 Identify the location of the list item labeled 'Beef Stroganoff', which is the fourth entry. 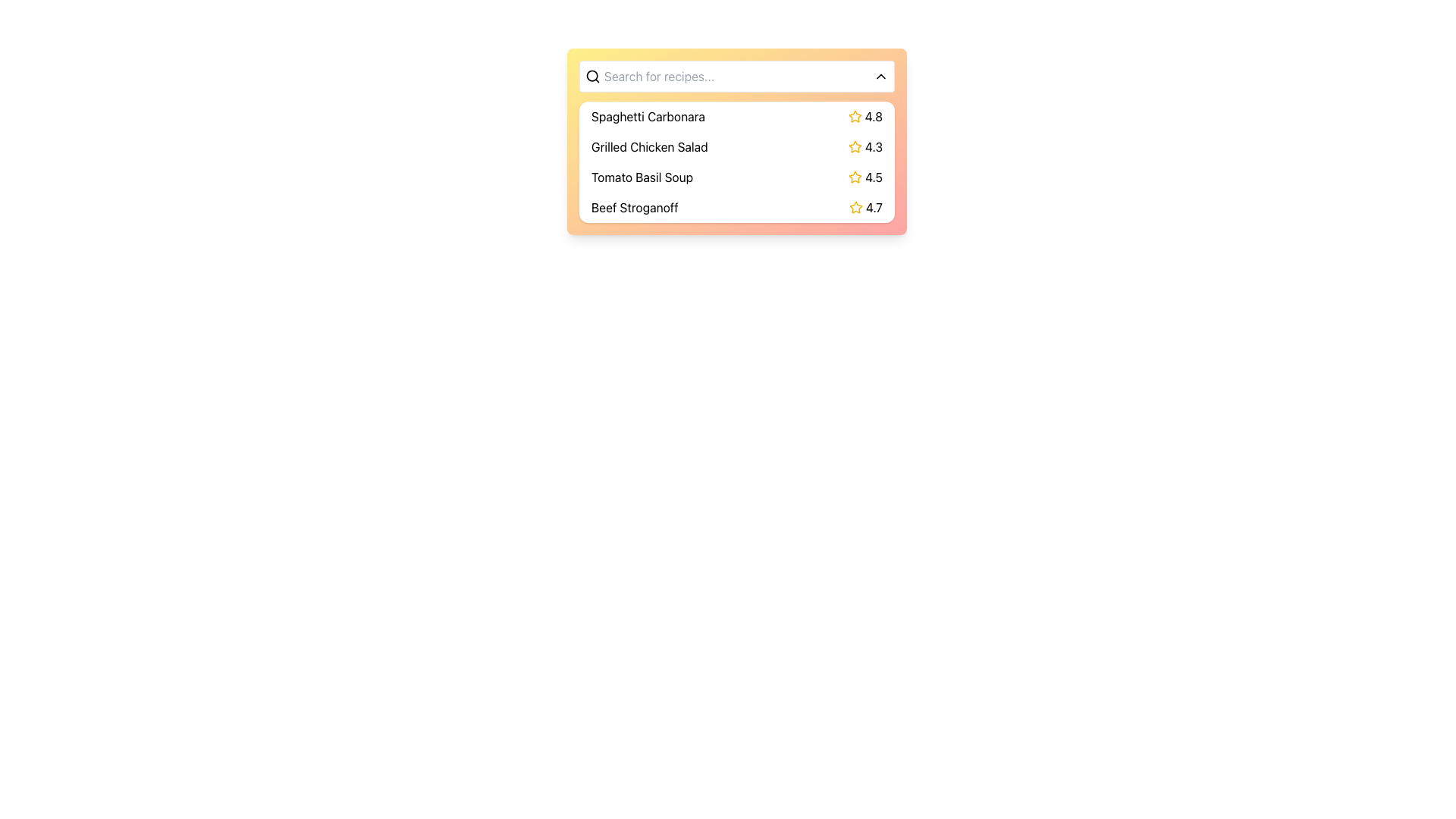
(736, 207).